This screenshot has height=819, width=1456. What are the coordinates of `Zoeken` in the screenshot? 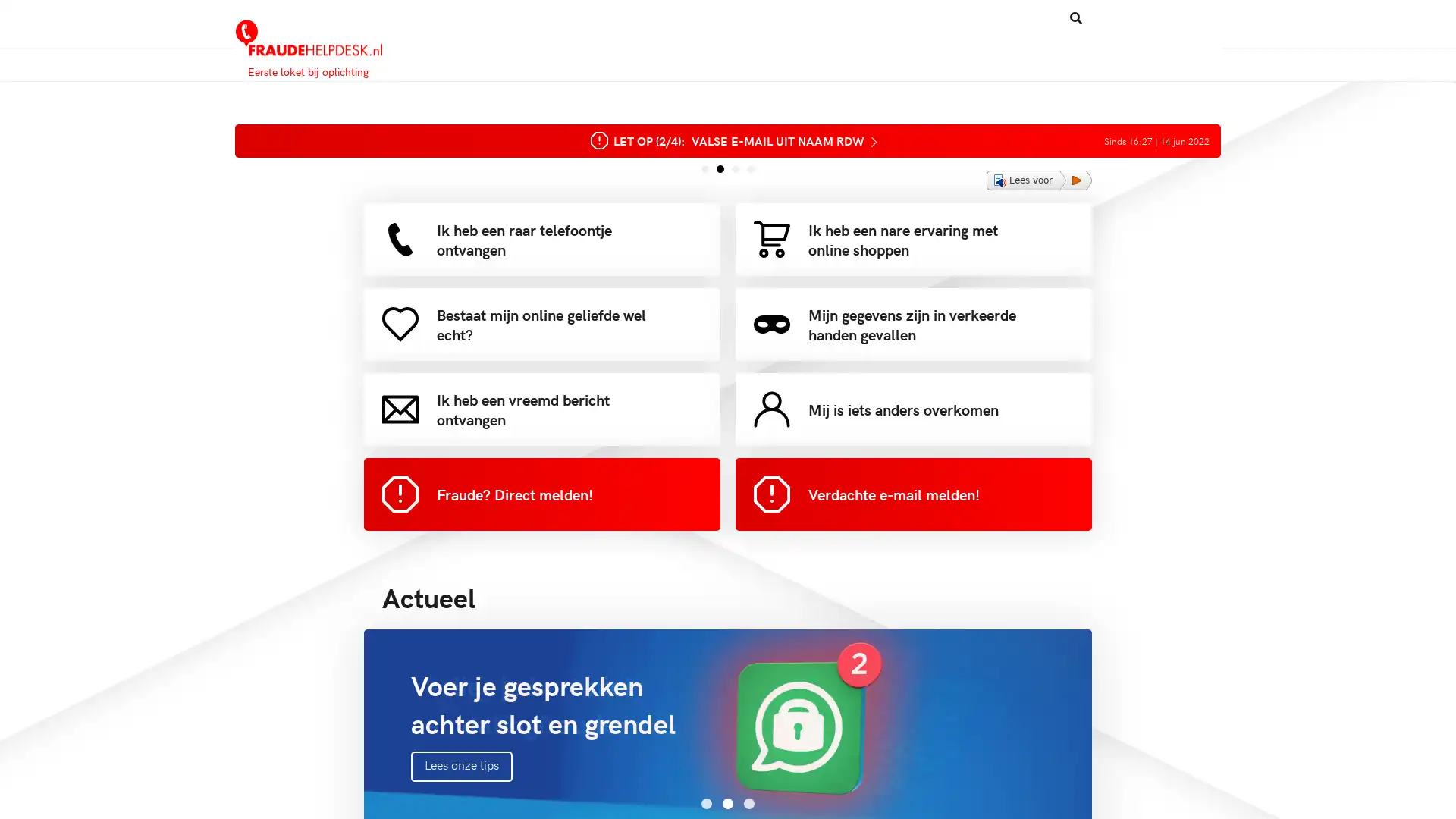 It's located at (1015, 17).